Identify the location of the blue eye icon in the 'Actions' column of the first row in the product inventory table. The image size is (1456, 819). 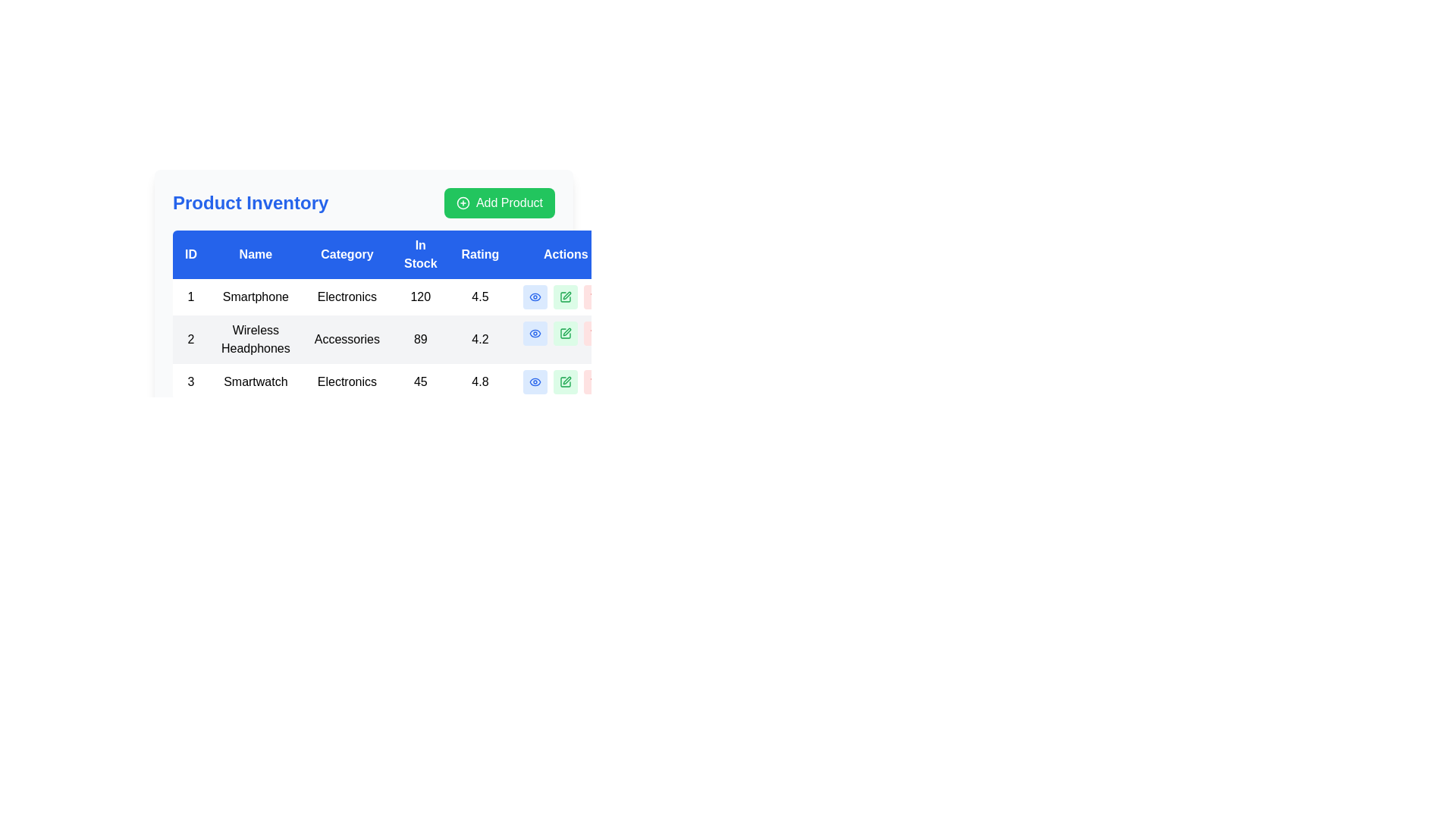
(535, 297).